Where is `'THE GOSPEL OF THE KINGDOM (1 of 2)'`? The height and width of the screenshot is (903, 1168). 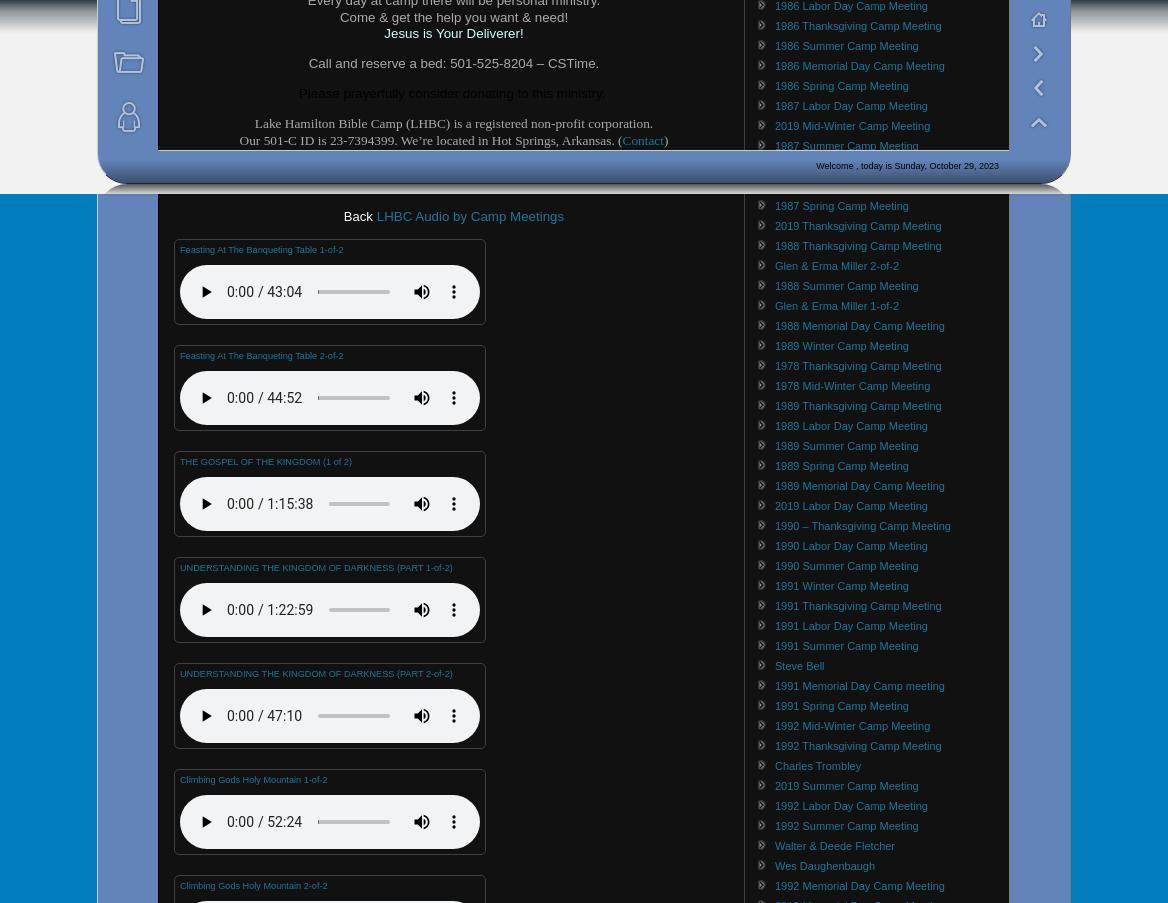 'THE GOSPEL OF THE KINGDOM (1 of 2)' is located at coordinates (264, 461).